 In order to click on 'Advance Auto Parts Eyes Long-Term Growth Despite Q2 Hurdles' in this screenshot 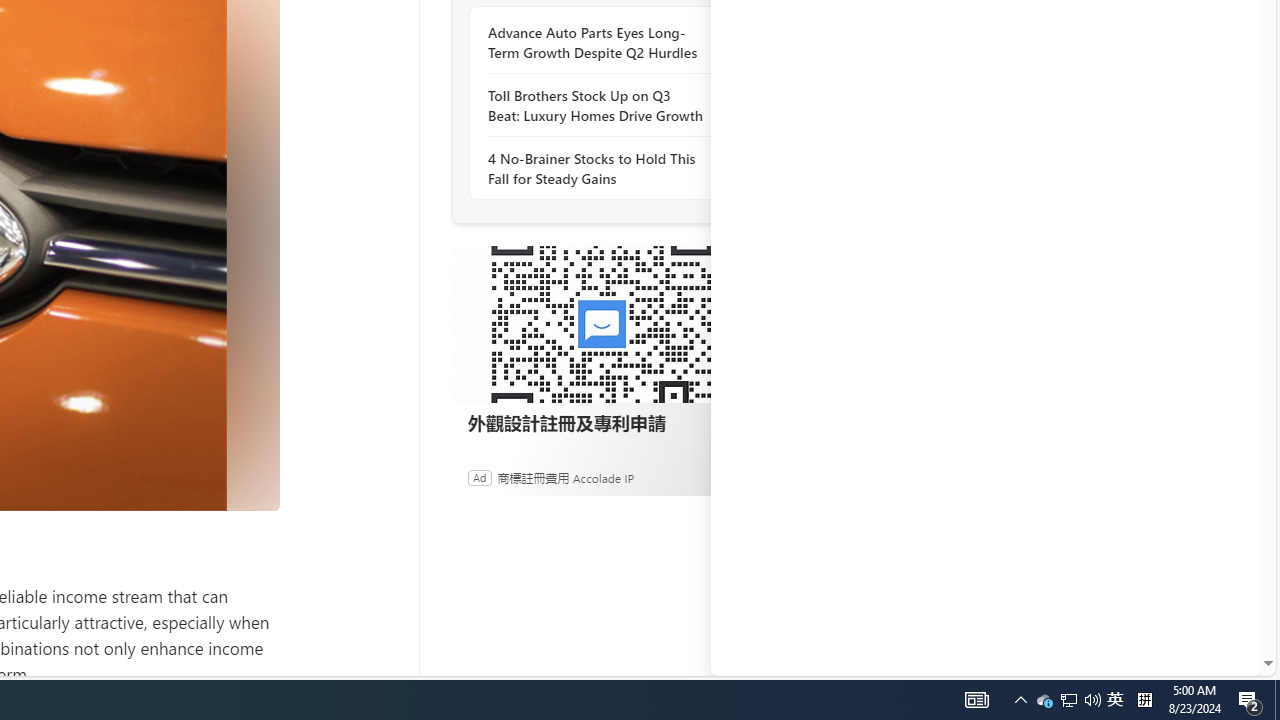, I will do `click(595, 43)`.